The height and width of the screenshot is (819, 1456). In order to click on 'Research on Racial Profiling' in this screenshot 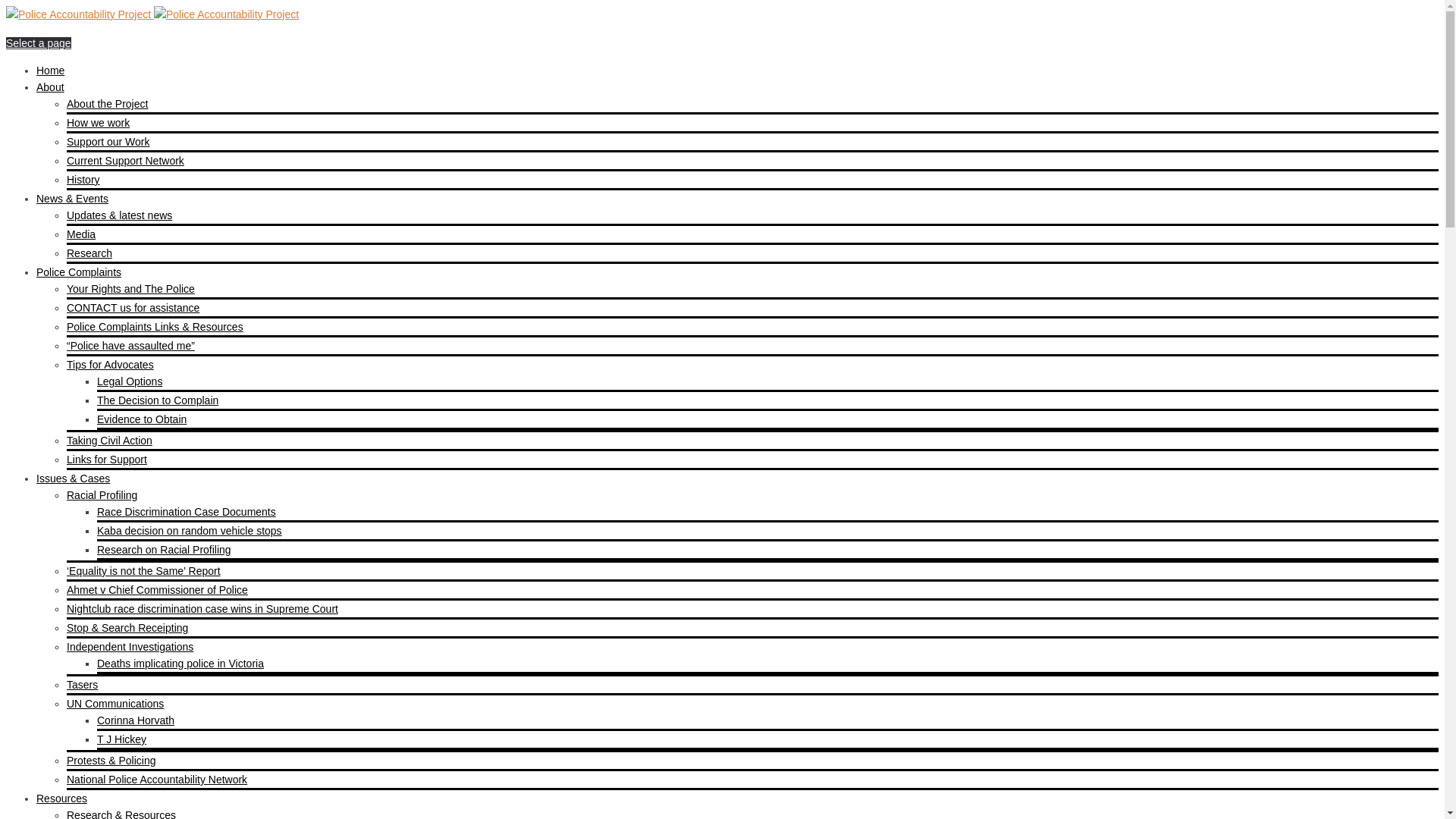, I will do `click(164, 550)`.